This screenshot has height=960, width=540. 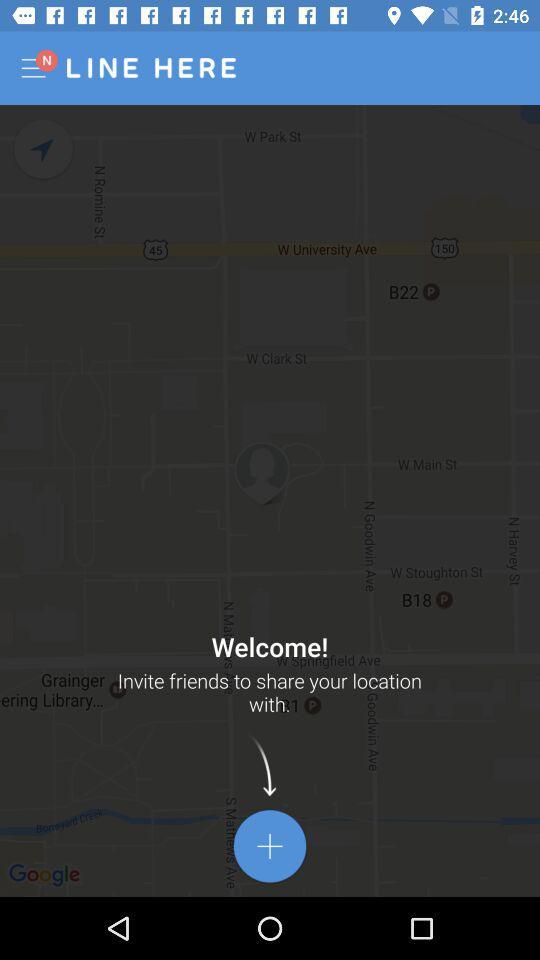 I want to click on the item at the center, so click(x=270, y=500).